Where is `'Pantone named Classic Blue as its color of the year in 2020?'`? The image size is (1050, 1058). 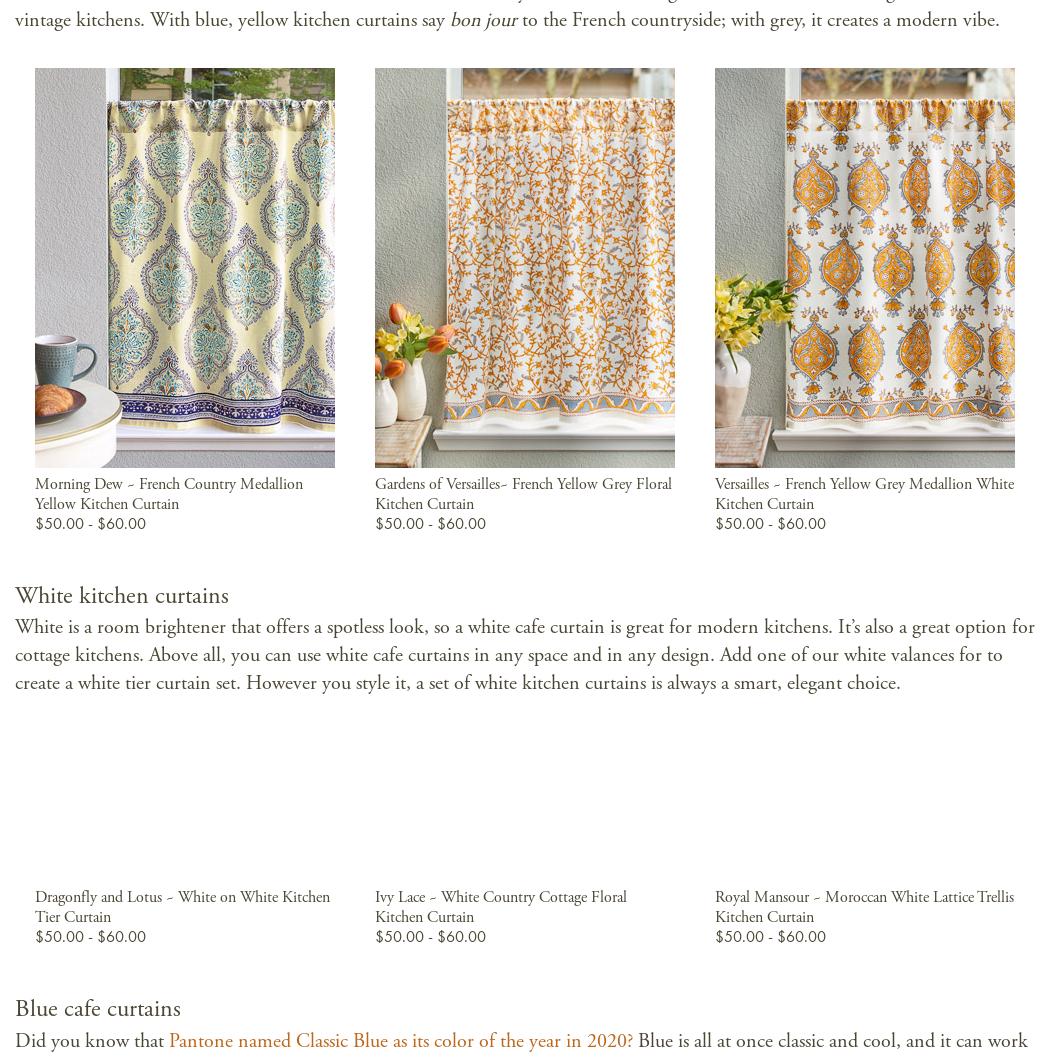
'Pantone named Classic Blue as its color of the year in 2020?' is located at coordinates (400, 1040).